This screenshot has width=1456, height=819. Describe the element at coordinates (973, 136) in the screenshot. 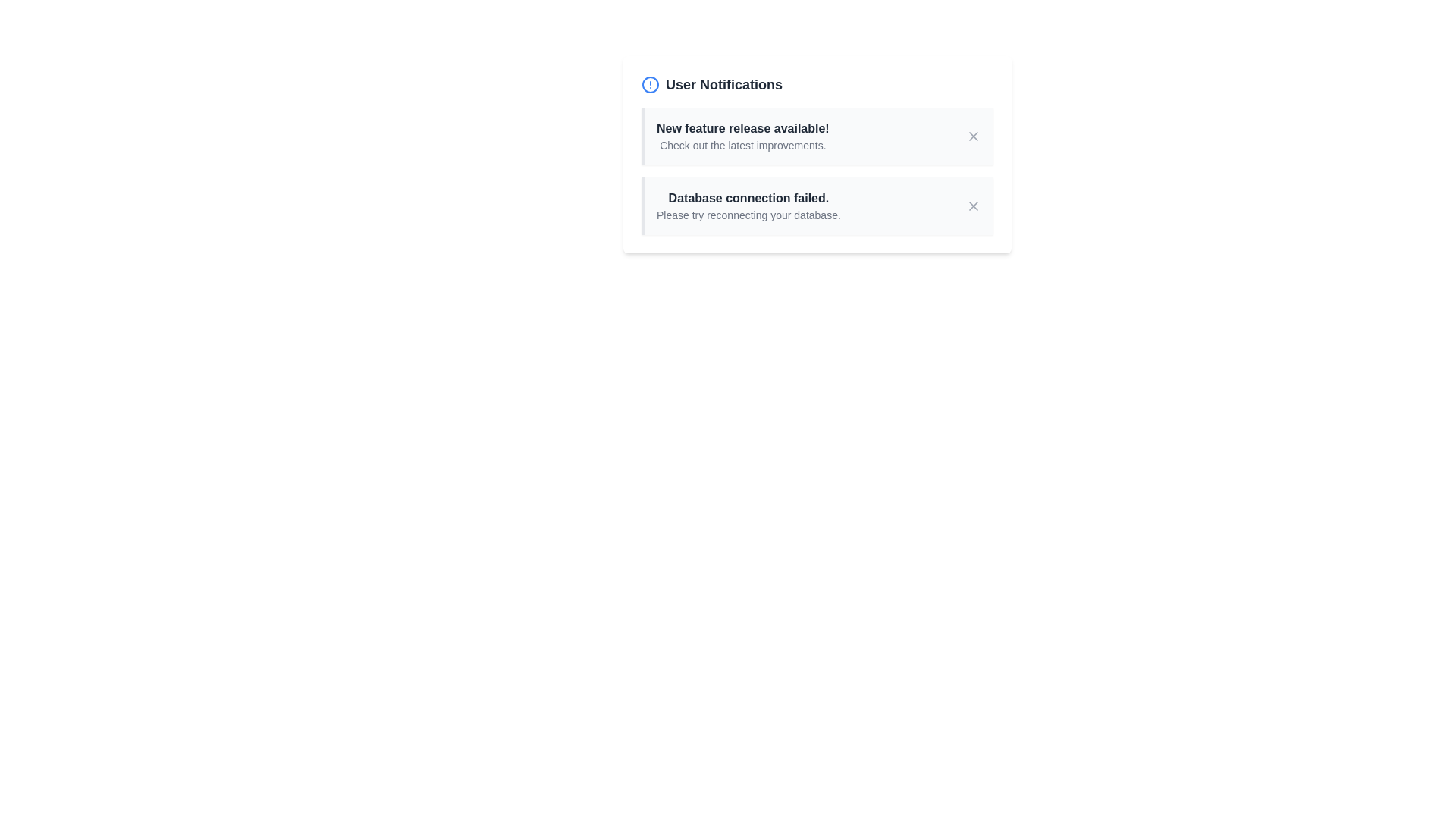

I see `the 'X' icon button located at the far right of the notification bar for dismissing the 'New feature release available!' message` at that location.